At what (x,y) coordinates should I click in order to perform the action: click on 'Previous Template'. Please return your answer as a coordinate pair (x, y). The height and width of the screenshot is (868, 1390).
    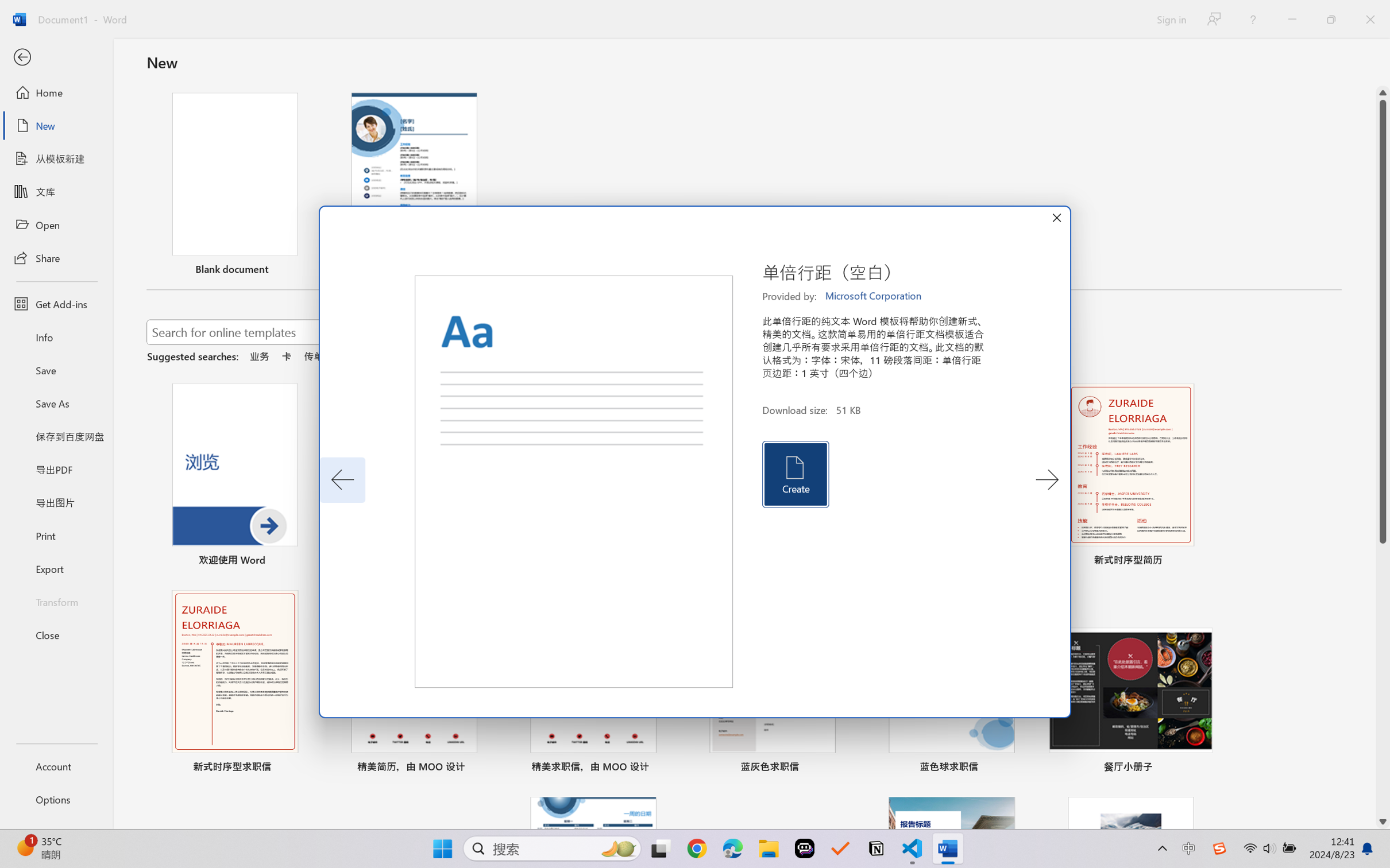
    Looking at the image, I should click on (342, 479).